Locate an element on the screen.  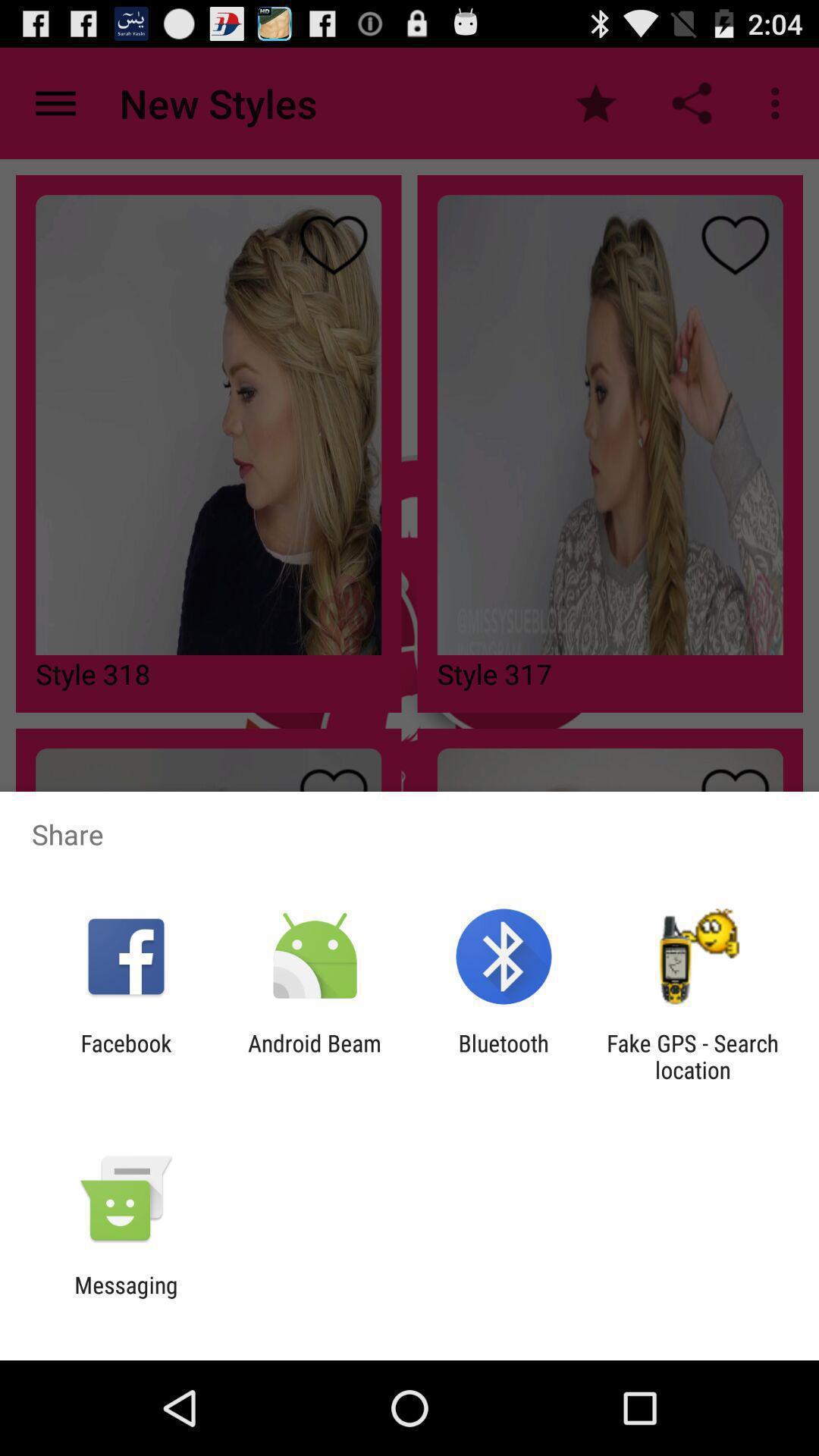
the app next to the bluetooth is located at coordinates (692, 1056).